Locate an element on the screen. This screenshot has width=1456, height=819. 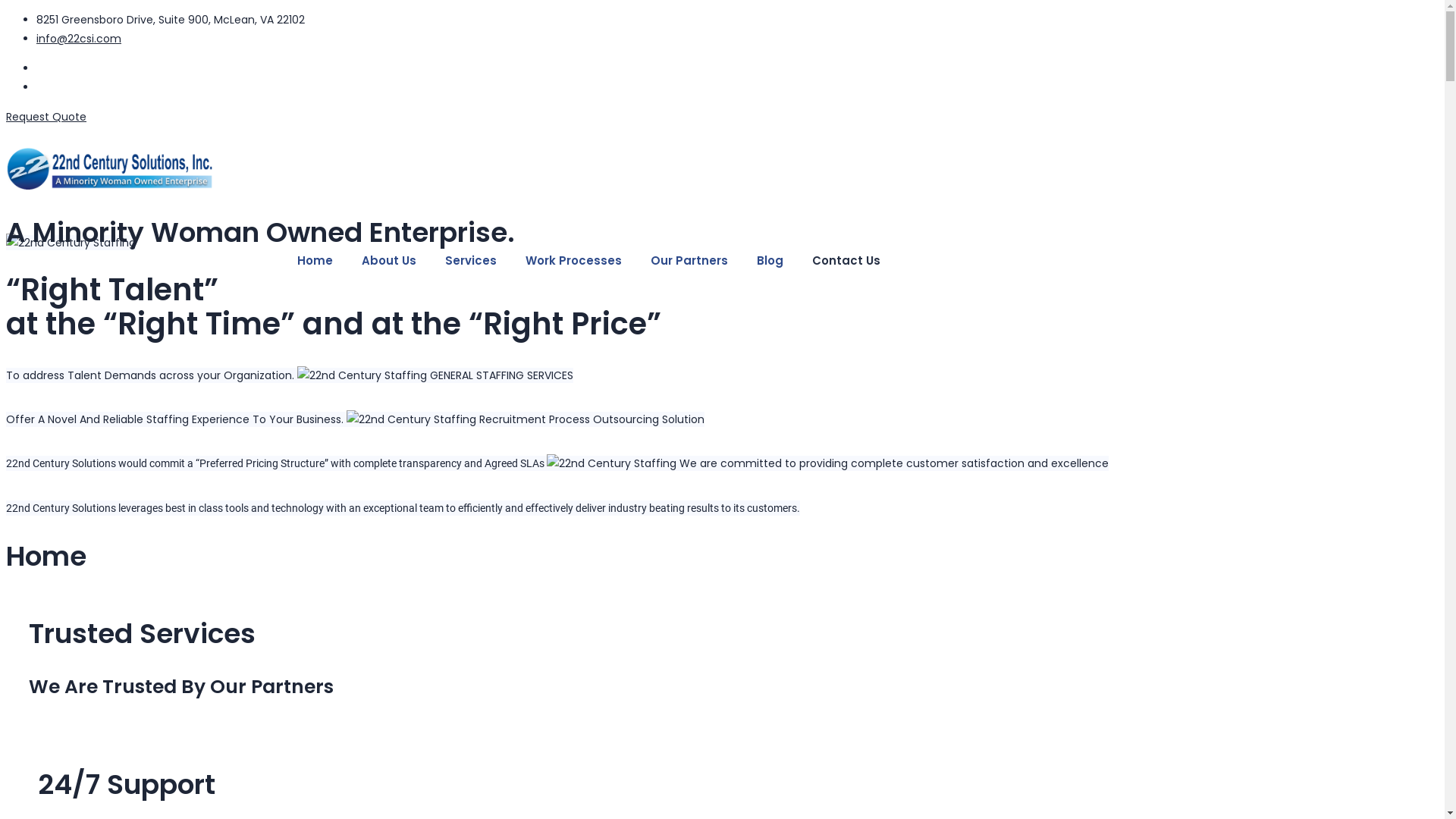
'Our Partners' is located at coordinates (688, 259).